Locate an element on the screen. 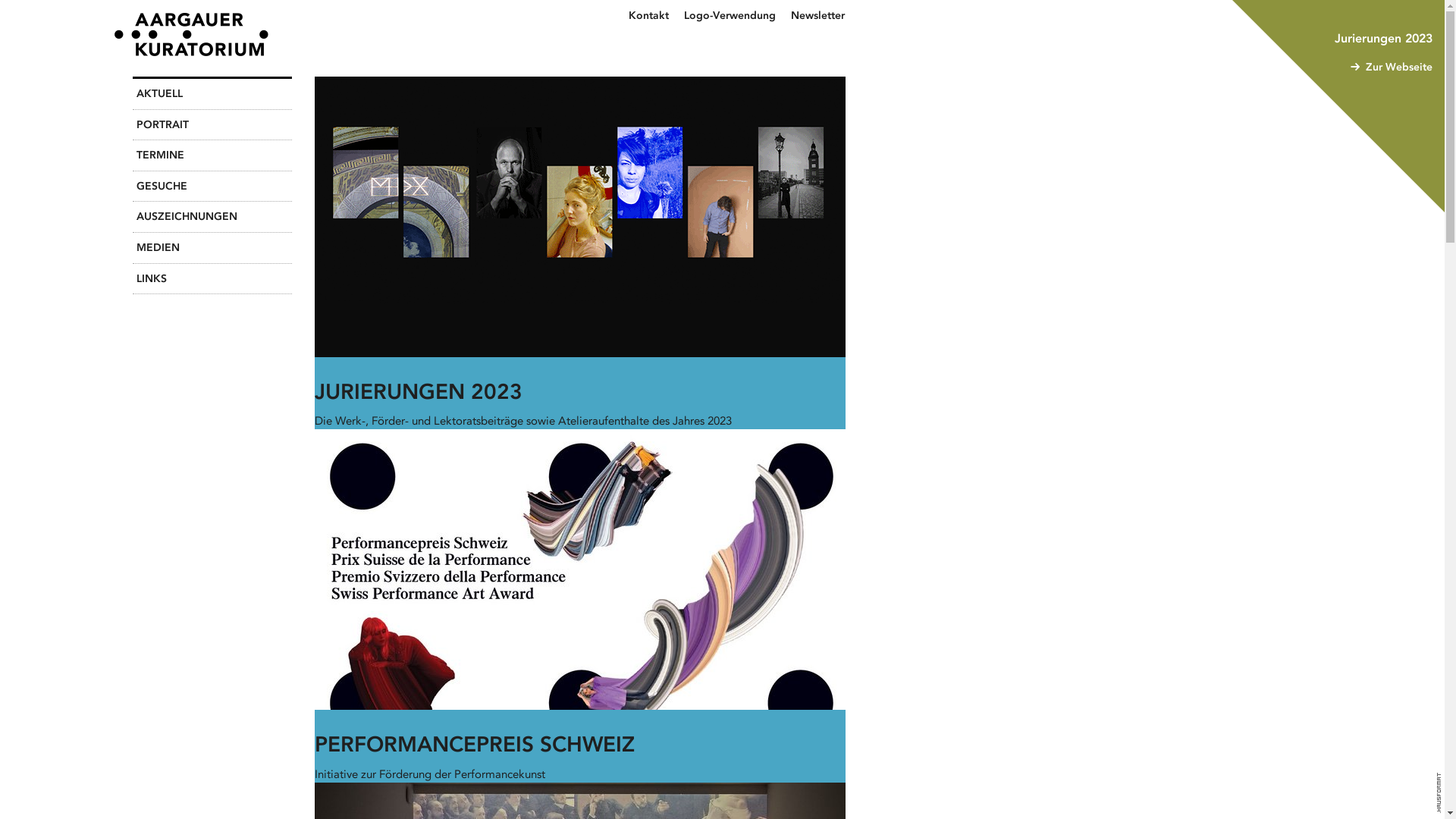 The image size is (1456, 819). 'MEDIEN' is located at coordinates (211, 247).